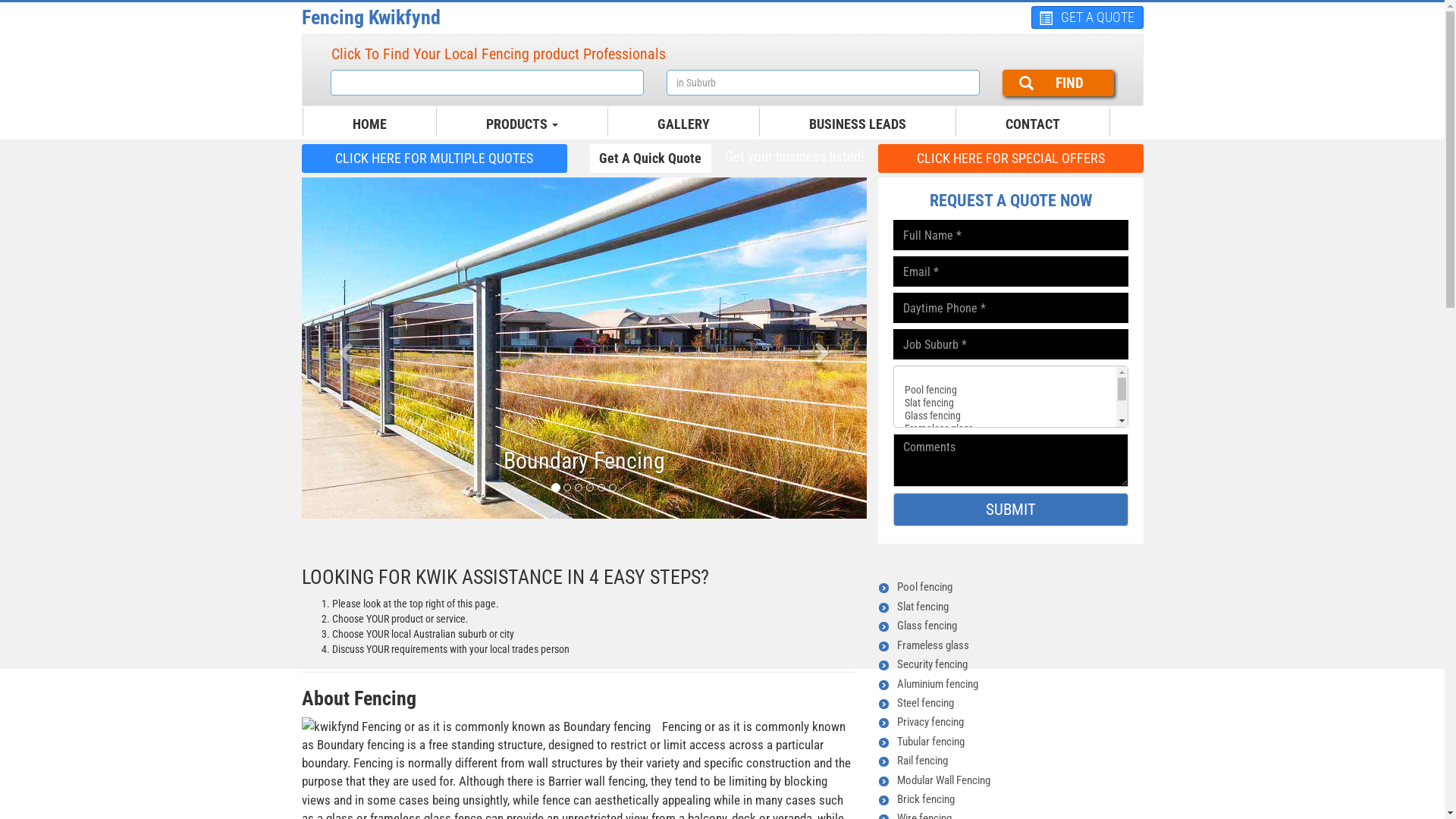  I want to click on 'Pool fencing', so click(923, 586).